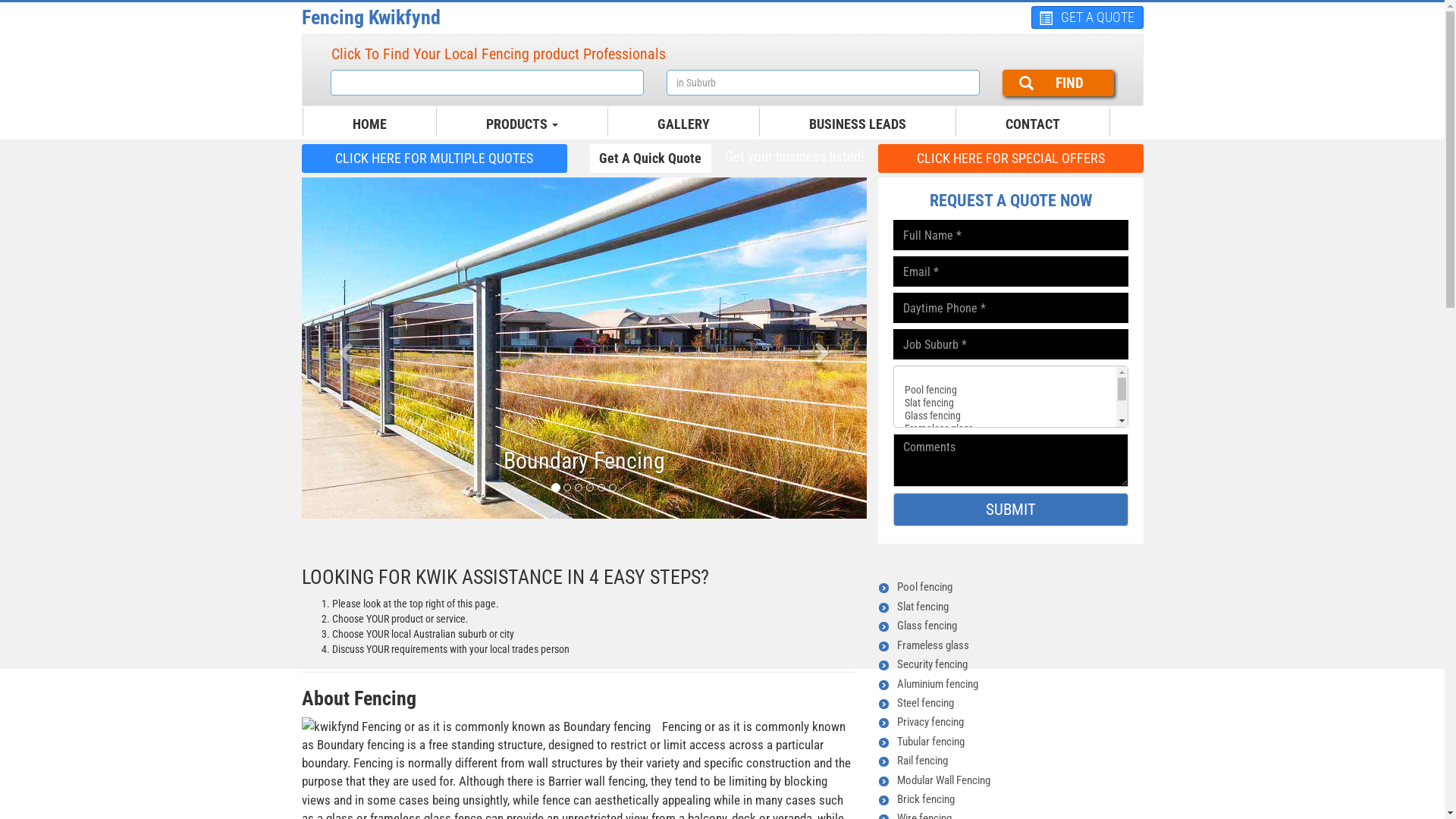  I want to click on 'Pool fencing', so click(923, 586).